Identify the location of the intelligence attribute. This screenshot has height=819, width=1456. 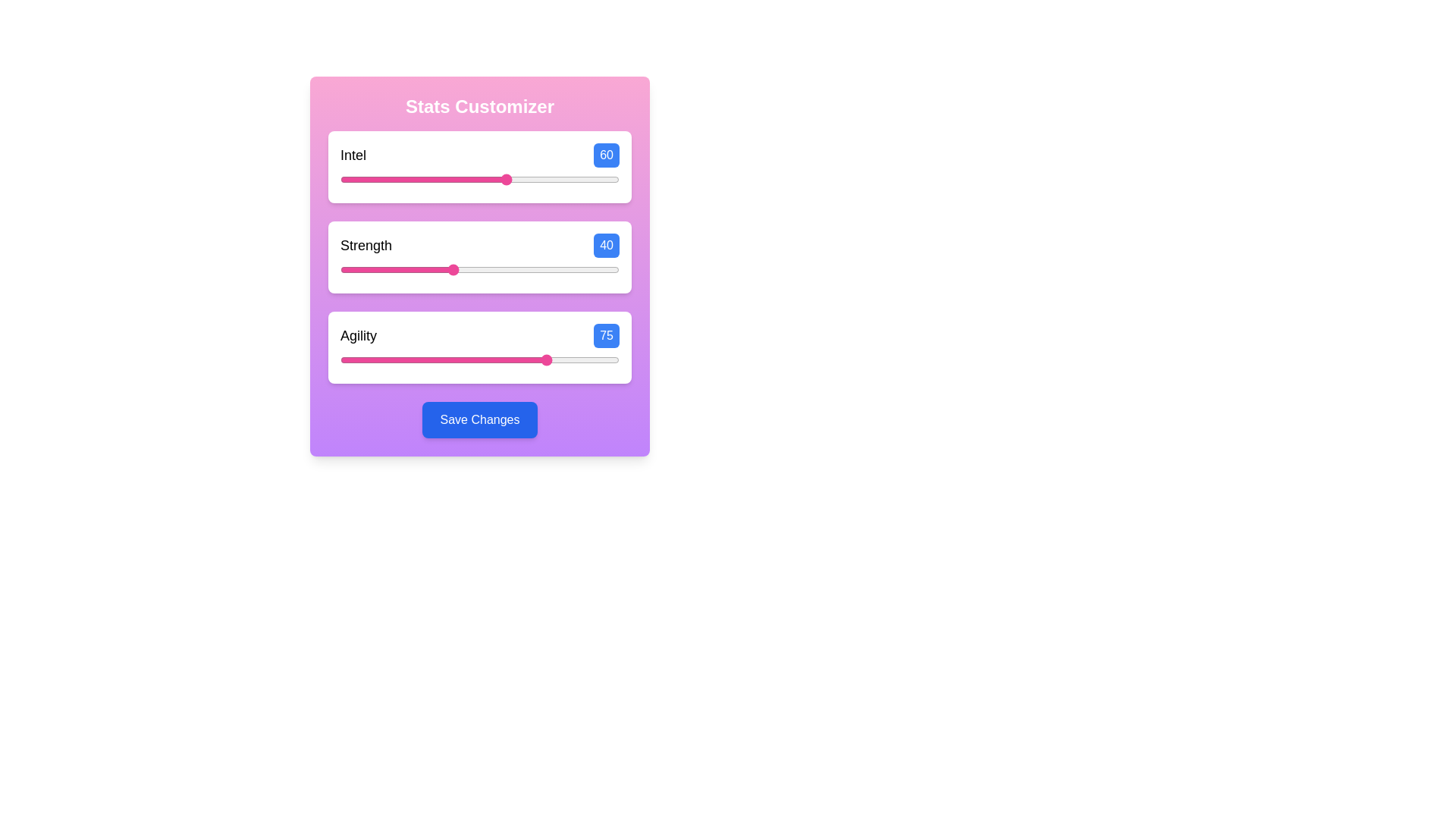
(505, 178).